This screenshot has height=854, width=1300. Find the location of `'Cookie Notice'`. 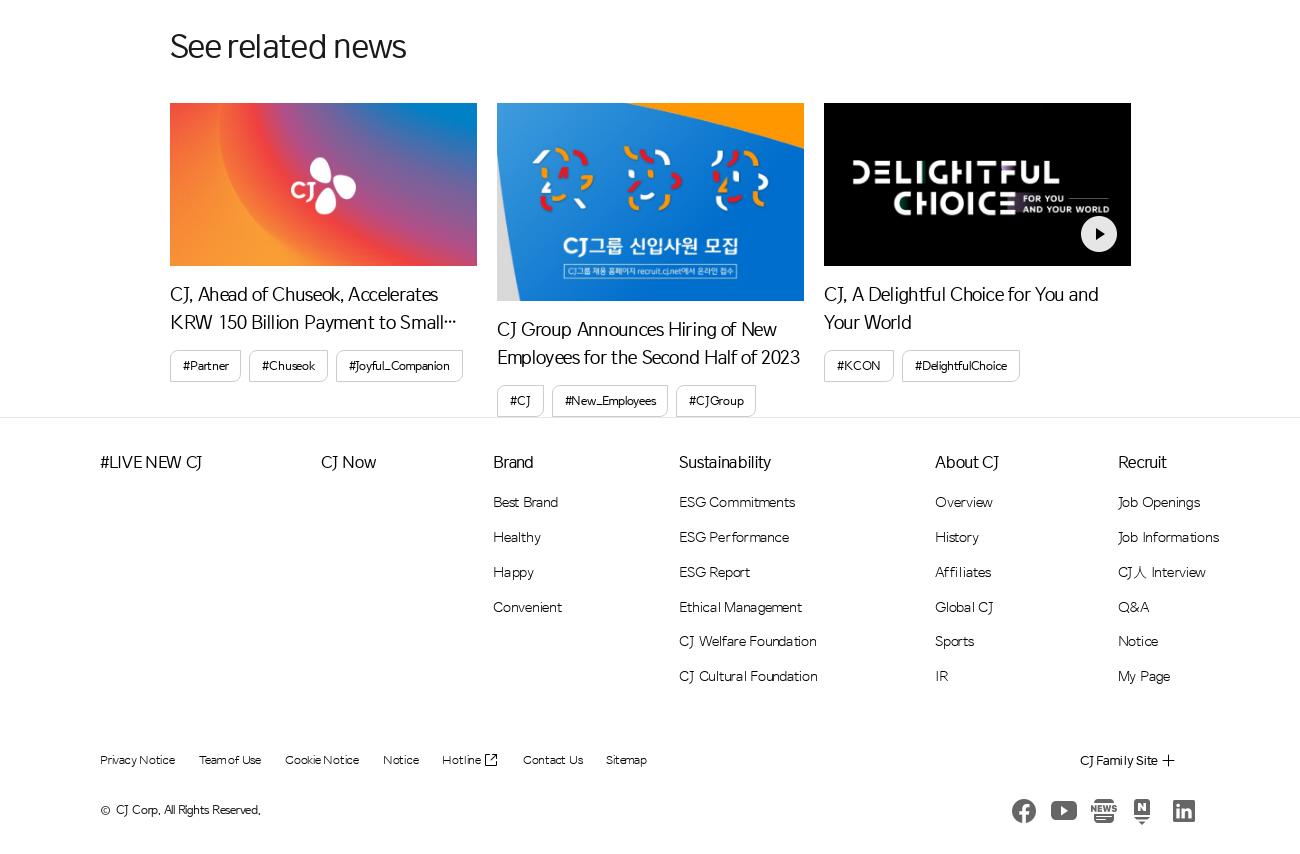

'Cookie Notice' is located at coordinates (321, 758).